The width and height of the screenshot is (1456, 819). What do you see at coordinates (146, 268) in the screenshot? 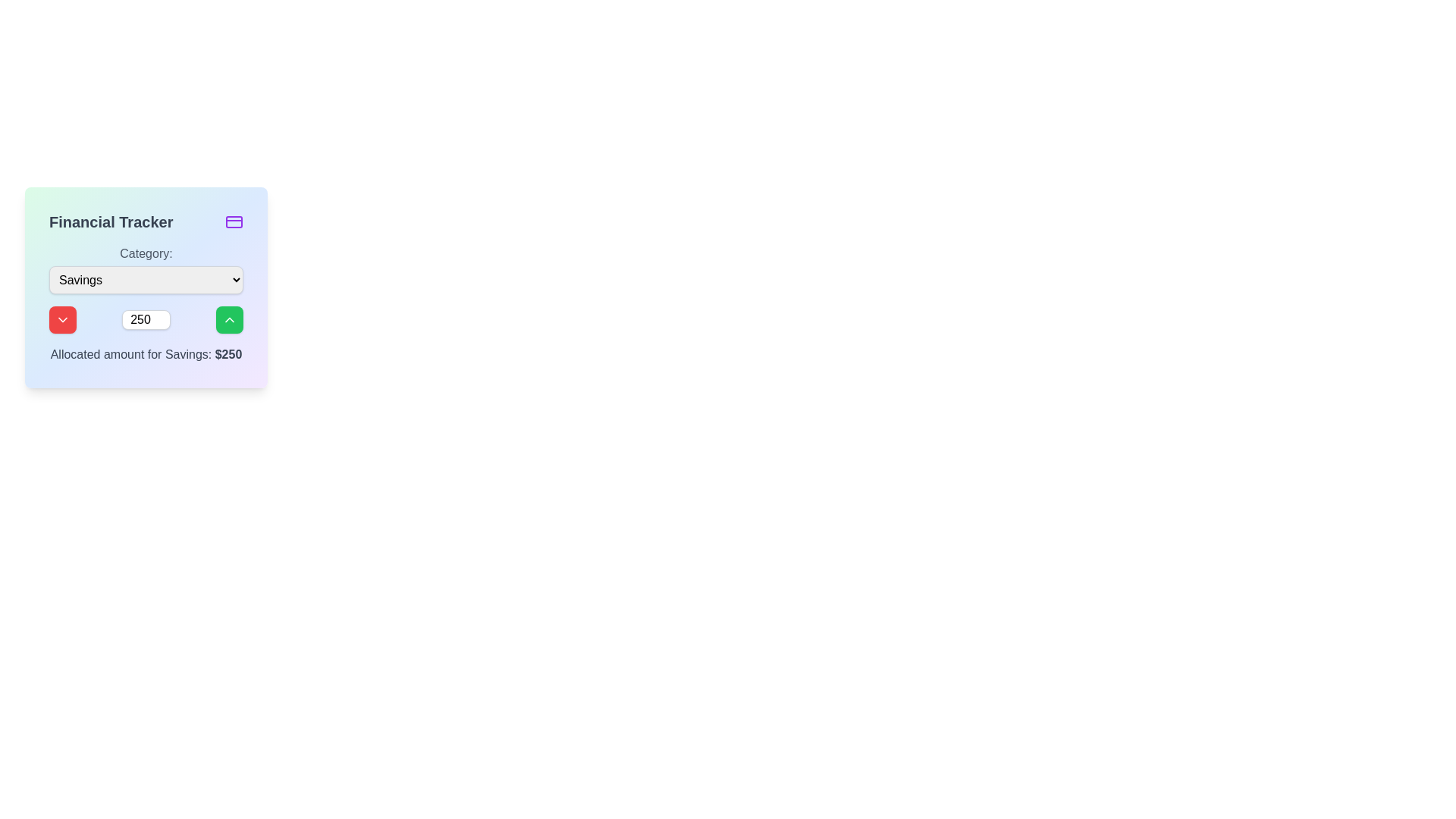
I see `an option from the dropdown menu located in the 'Financial Tracker' card interface, which allows users to choose categories like 'Savings,' 'Expenses,' and 'Investments.'` at bounding box center [146, 268].